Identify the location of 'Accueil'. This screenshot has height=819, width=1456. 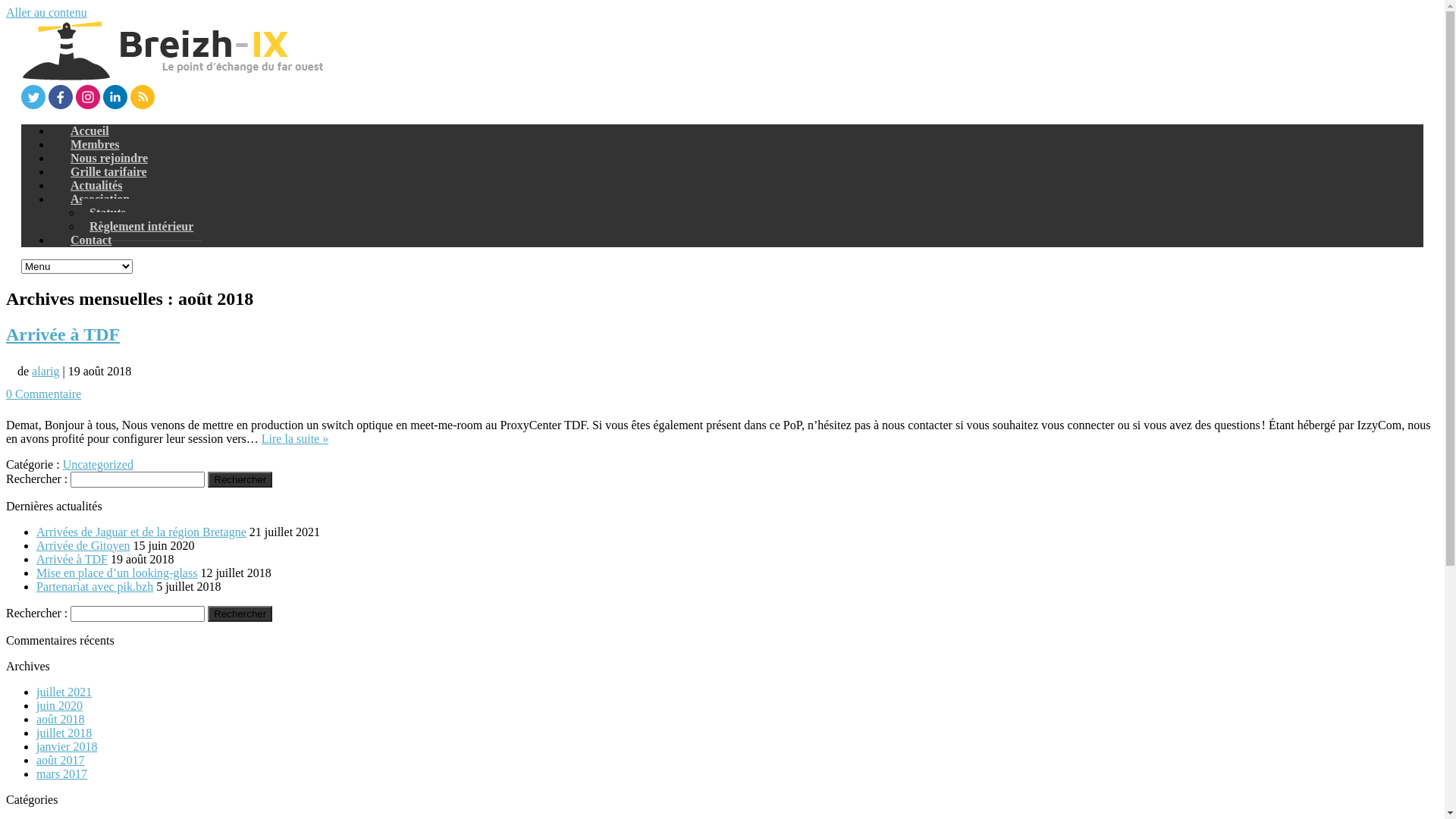
(89, 130).